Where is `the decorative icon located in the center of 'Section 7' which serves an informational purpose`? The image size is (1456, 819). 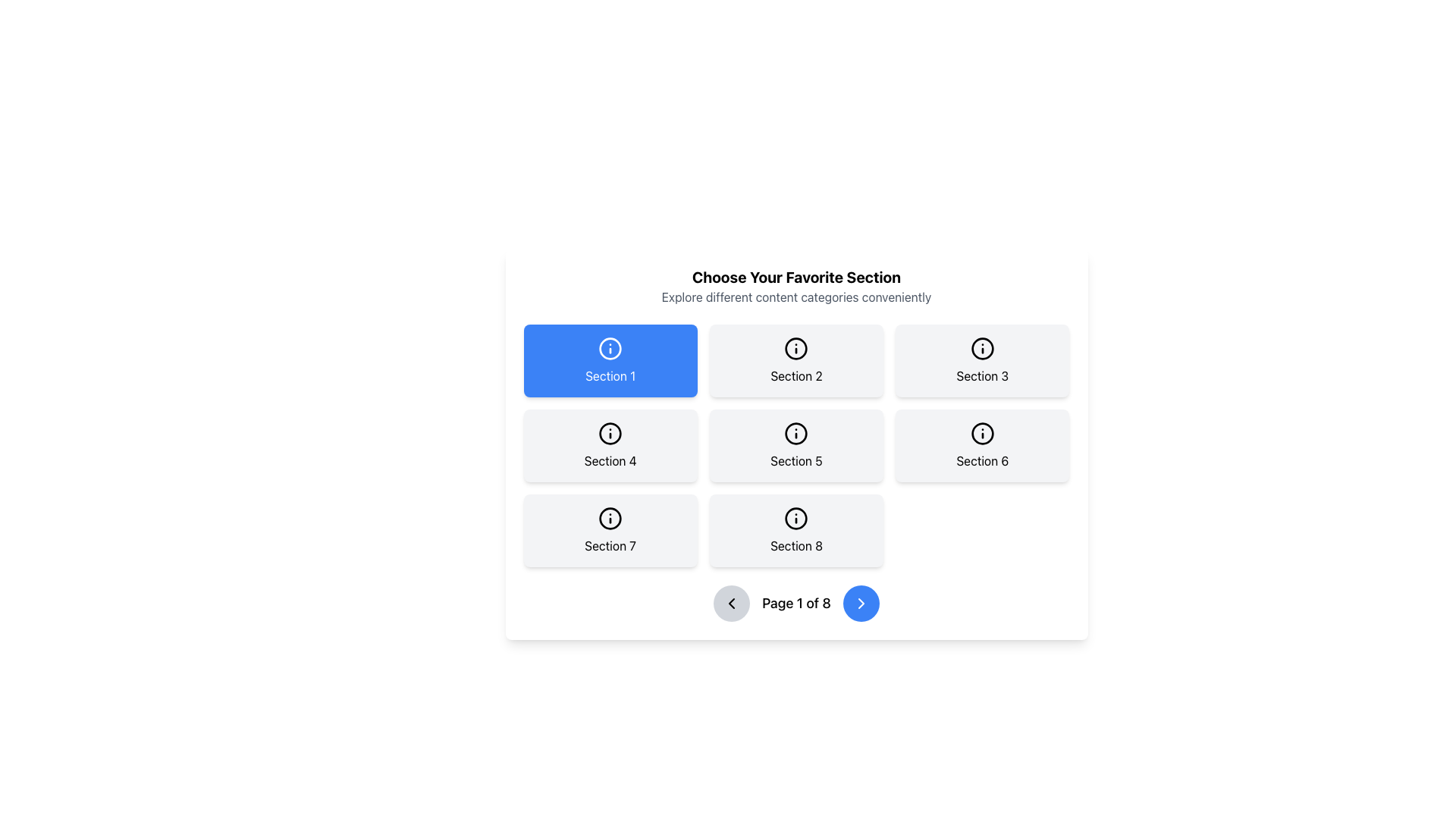
the decorative icon located in the center of 'Section 7' which serves an informational purpose is located at coordinates (610, 517).